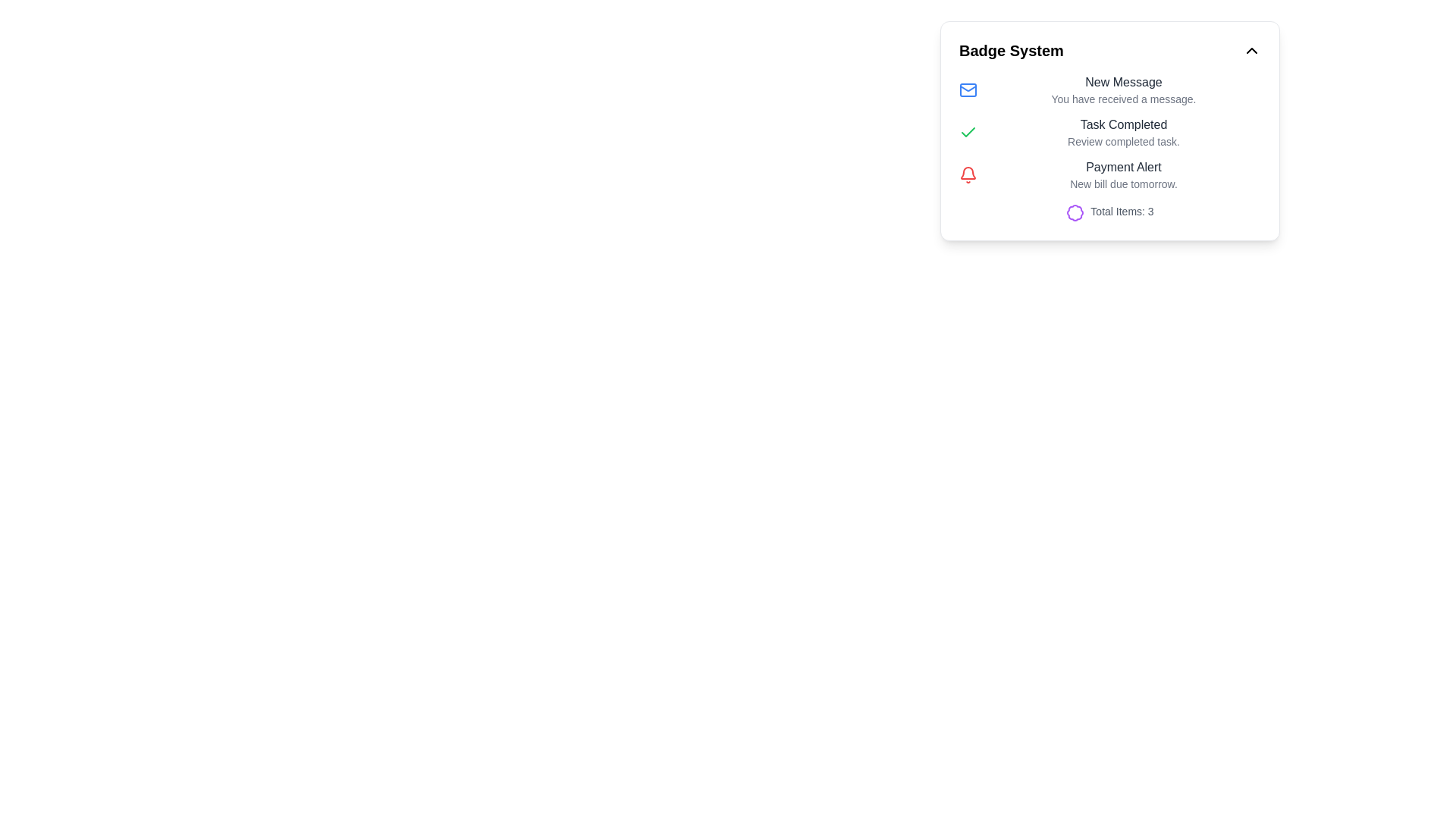  What do you see at coordinates (1075, 213) in the screenshot?
I see `the decorative icon that represents the badge system's total item count, located near the bottom of the 'Badge System' widget, aligned with the text 'Total Items: 3'` at bounding box center [1075, 213].